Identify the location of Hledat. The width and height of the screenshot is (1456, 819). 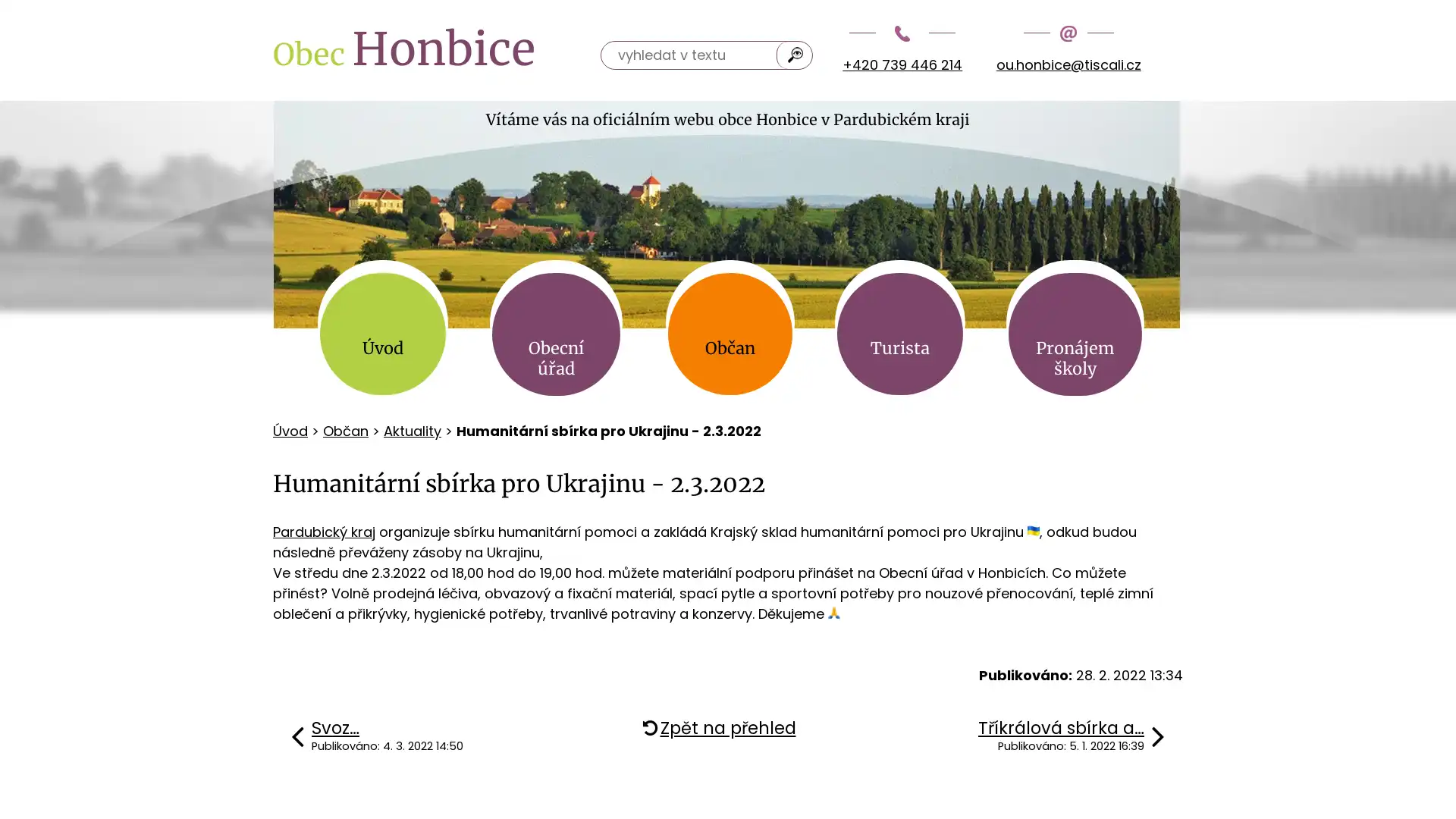
(795, 54).